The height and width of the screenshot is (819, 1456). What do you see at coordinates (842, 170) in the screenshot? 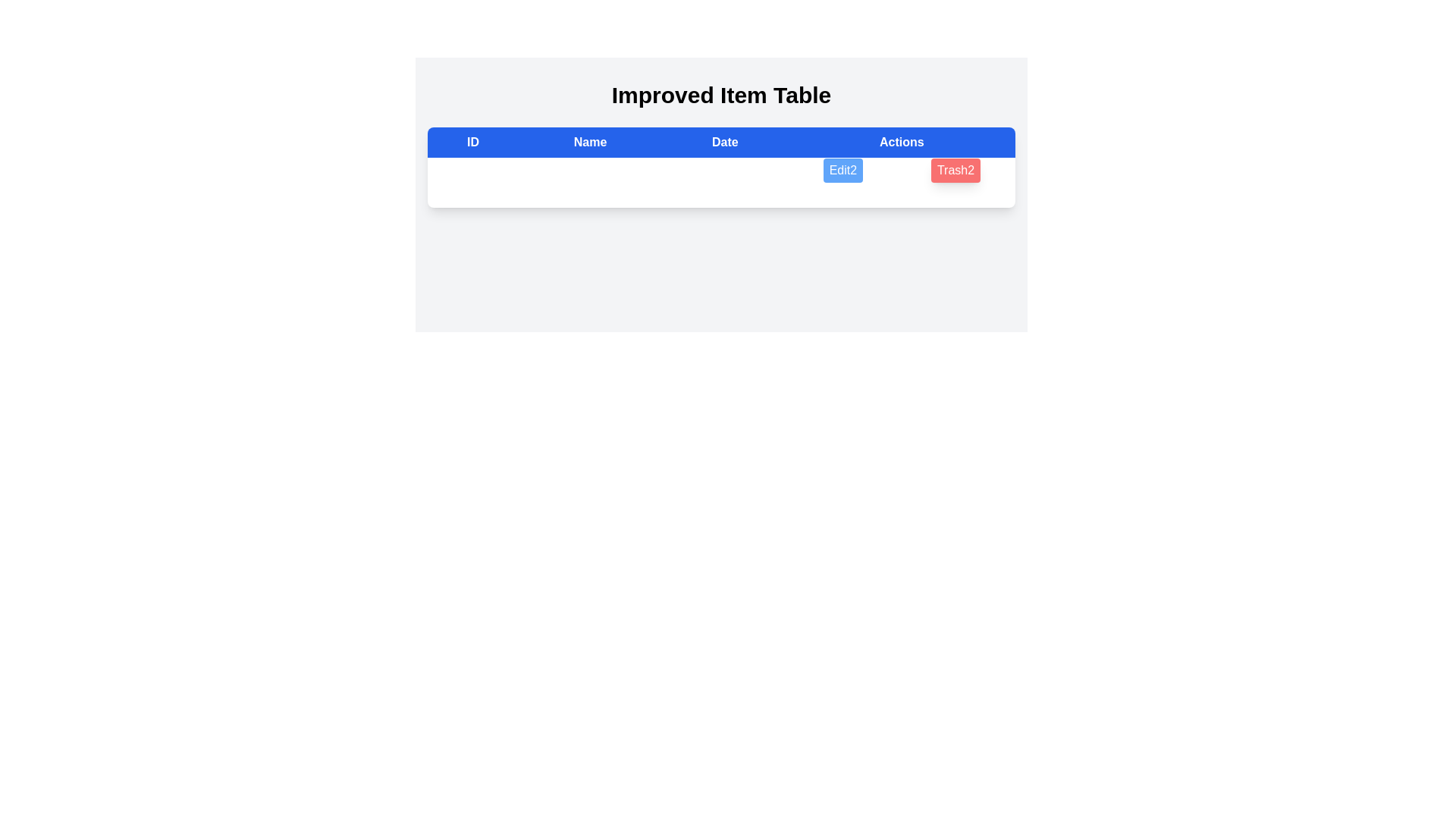
I see `the 'Edit' button to edit the corresponding row` at bounding box center [842, 170].